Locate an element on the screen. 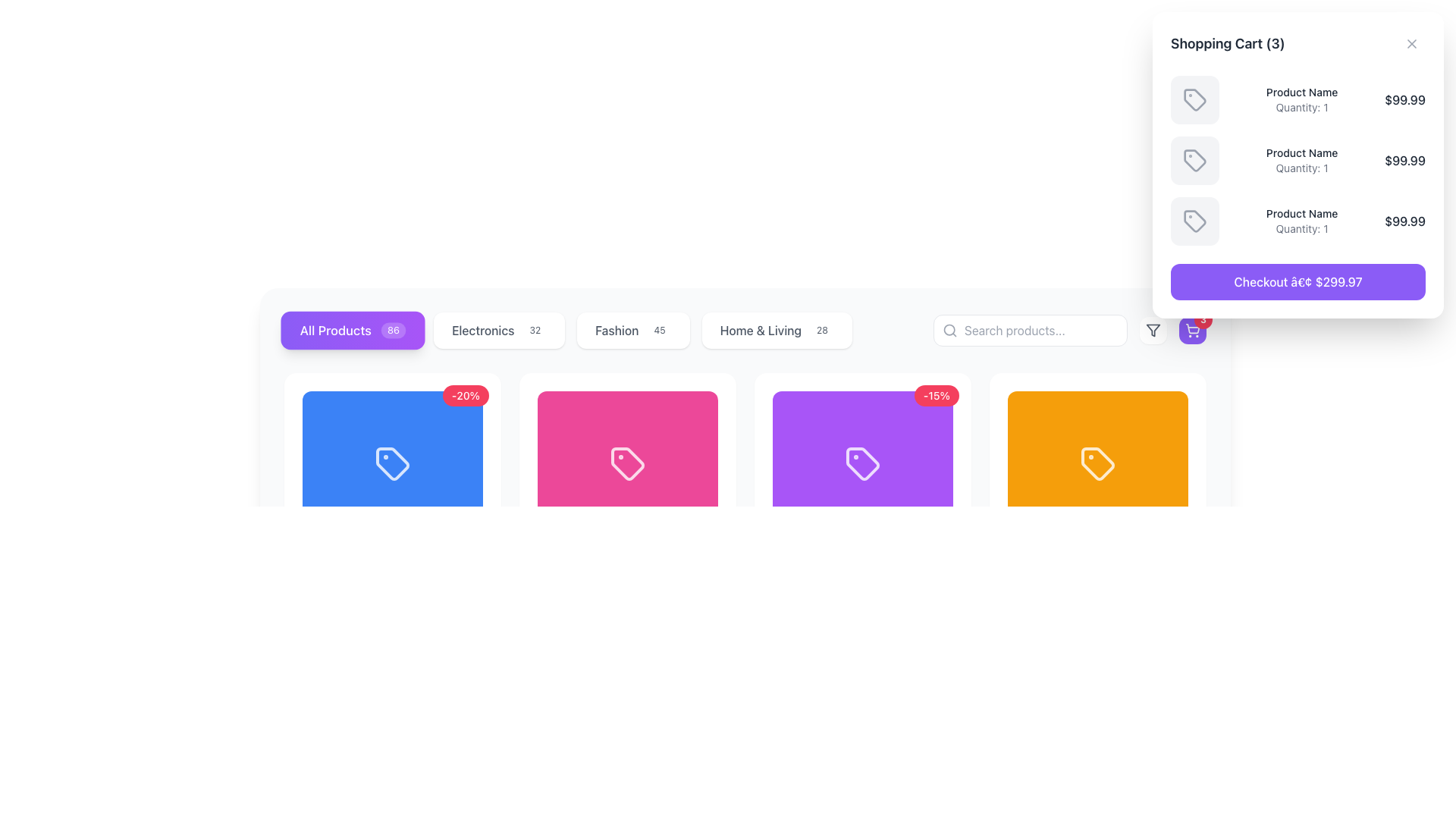  the shopping cart icon with a purple circular background and a red badge showing '3' is located at coordinates (1192, 329).